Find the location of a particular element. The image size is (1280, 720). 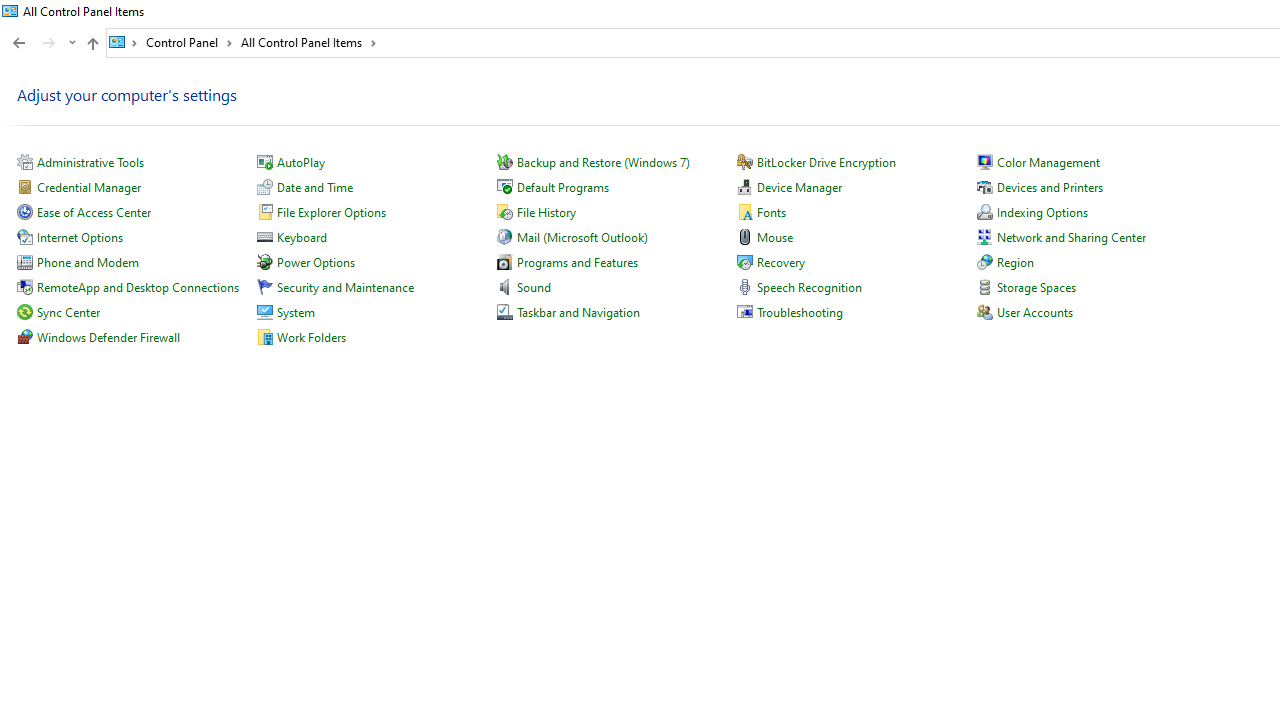

'Administrative Tools' is located at coordinates (89, 161).